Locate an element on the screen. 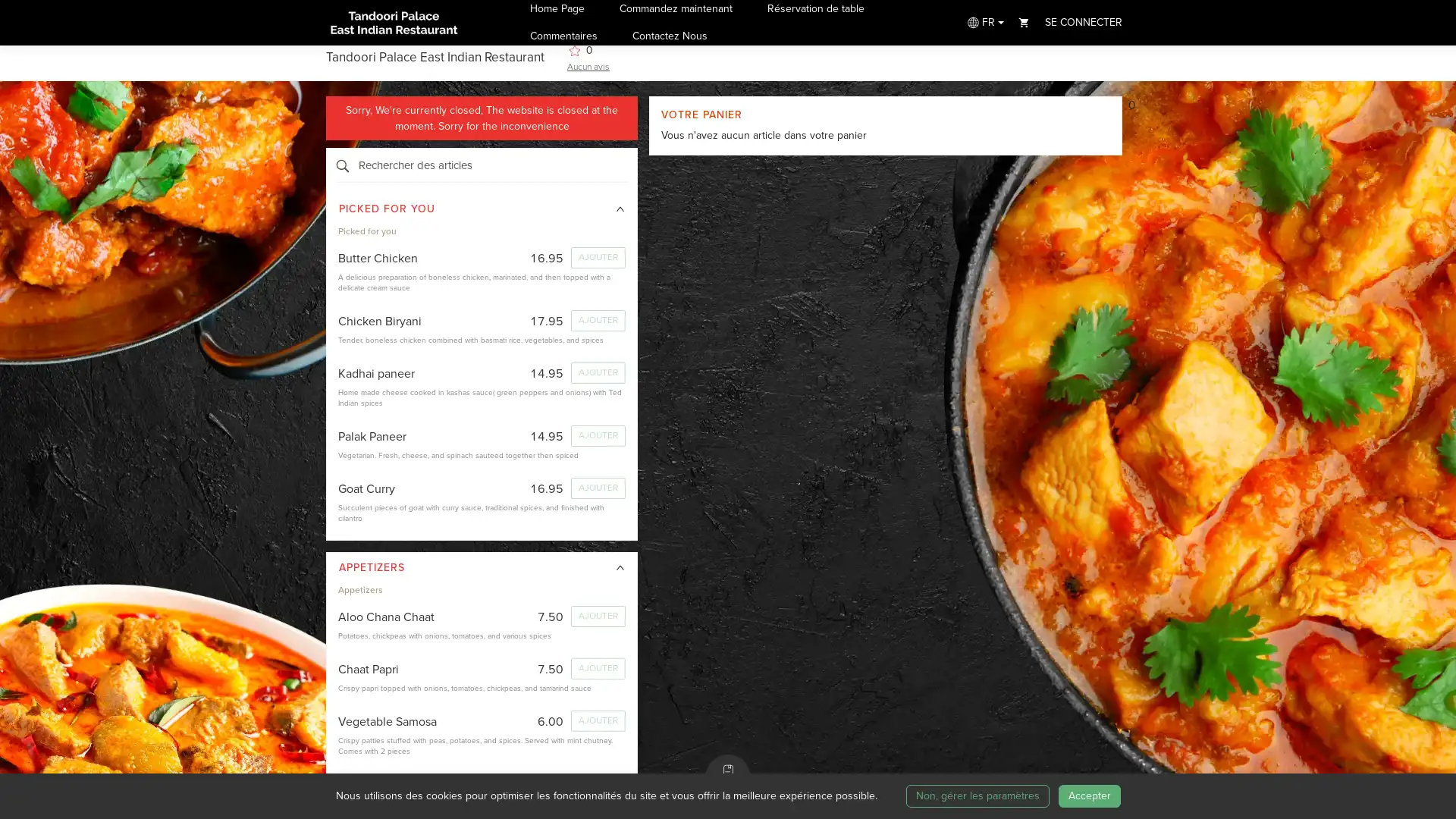  FR is located at coordinates (984, 22).